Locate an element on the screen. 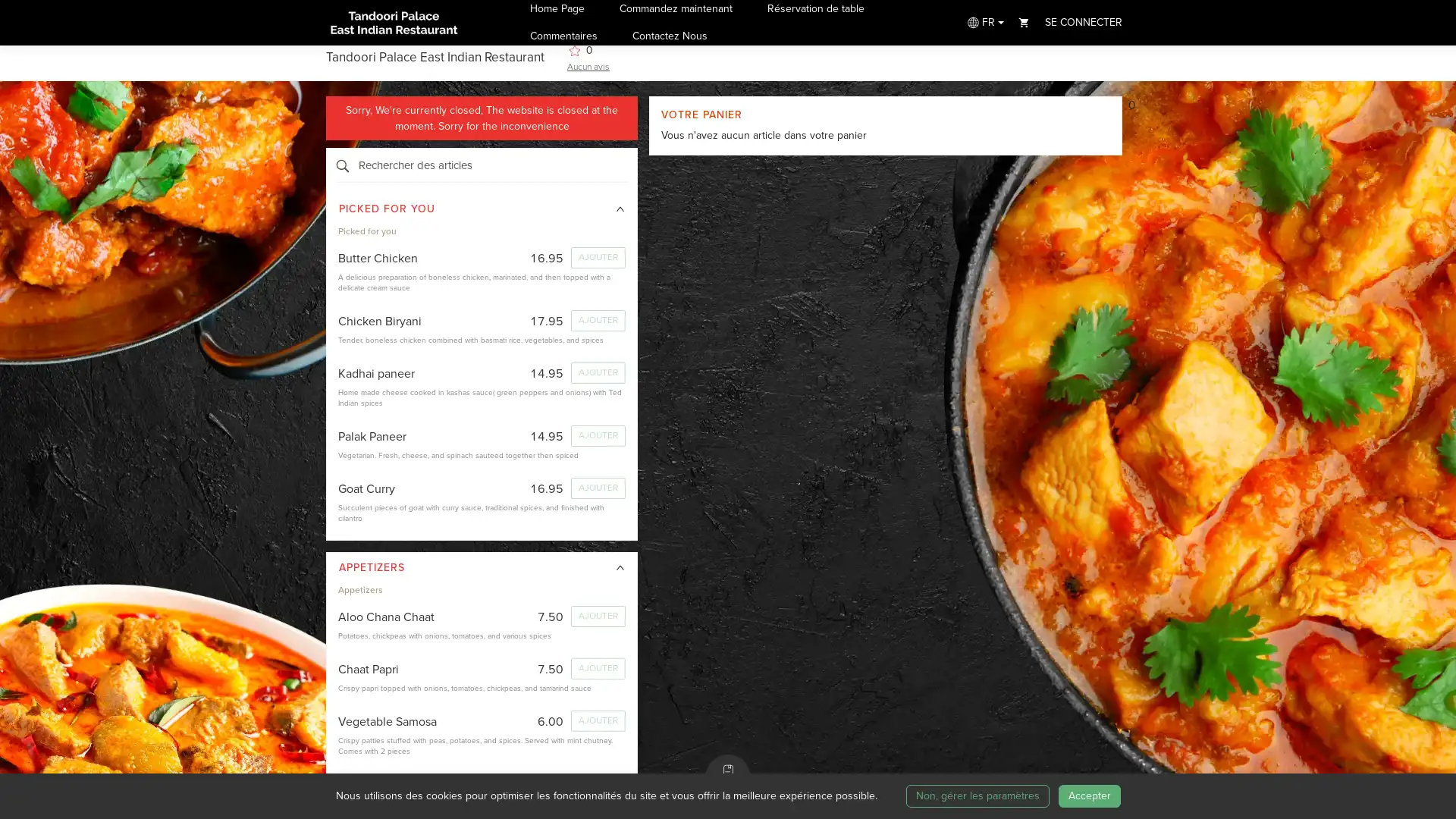  FR is located at coordinates (984, 22).